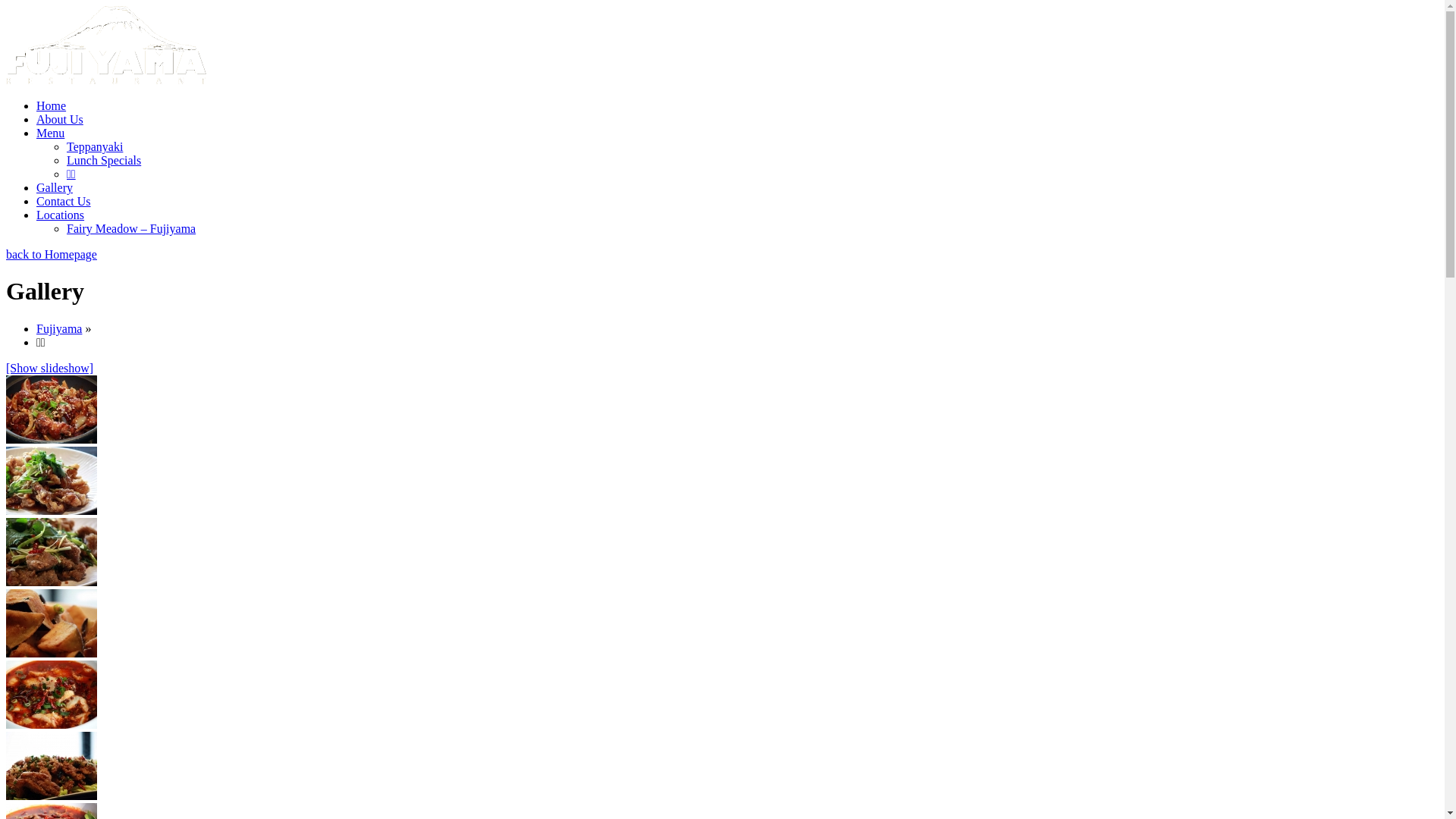 This screenshot has height=819, width=1456. What do you see at coordinates (36, 200) in the screenshot?
I see `'Contact Us'` at bounding box center [36, 200].